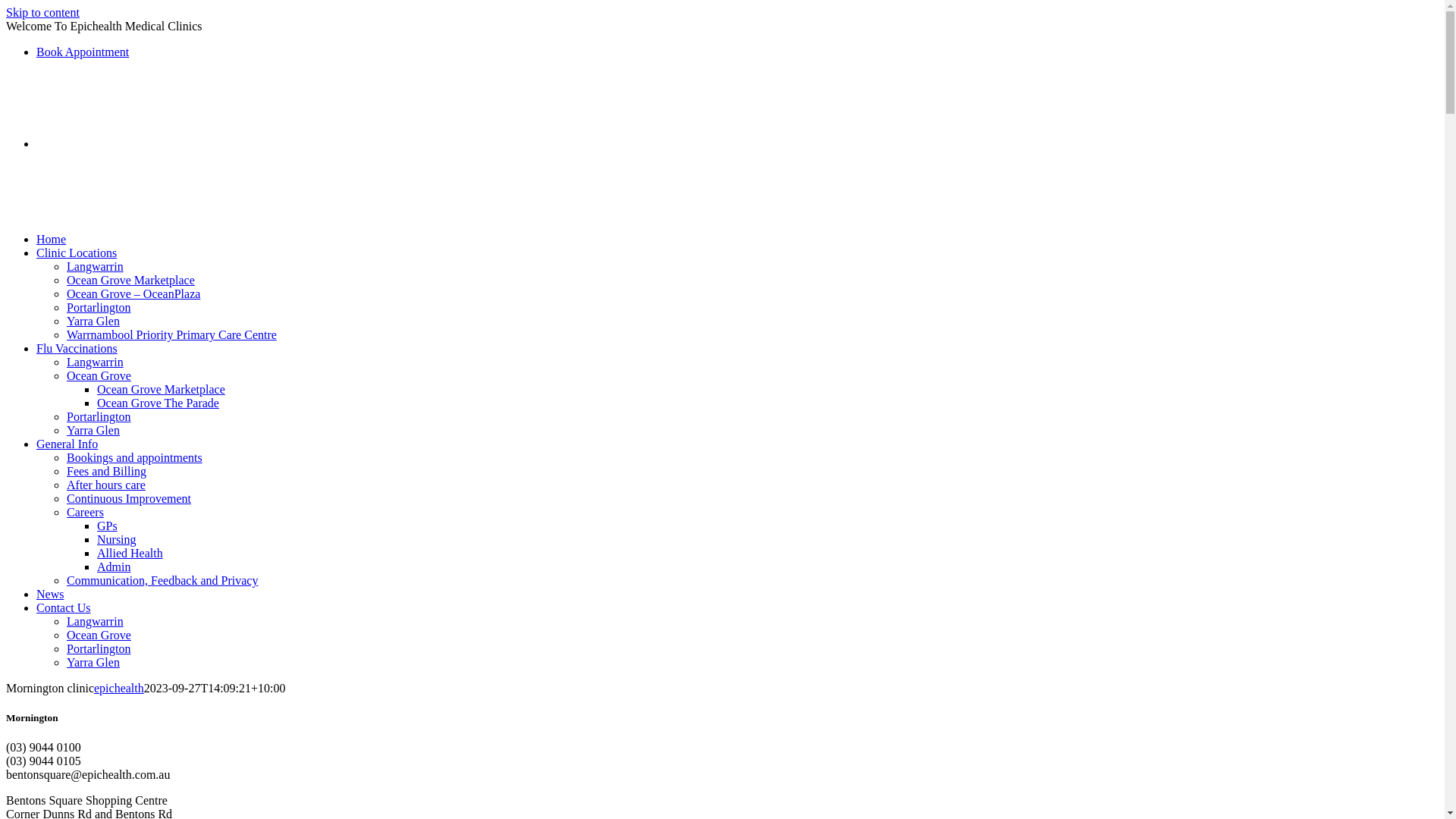 The width and height of the screenshot is (1456, 819). What do you see at coordinates (134, 457) in the screenshot?
I see `'Bookings and appointments'` at bounding box center [134, 457].